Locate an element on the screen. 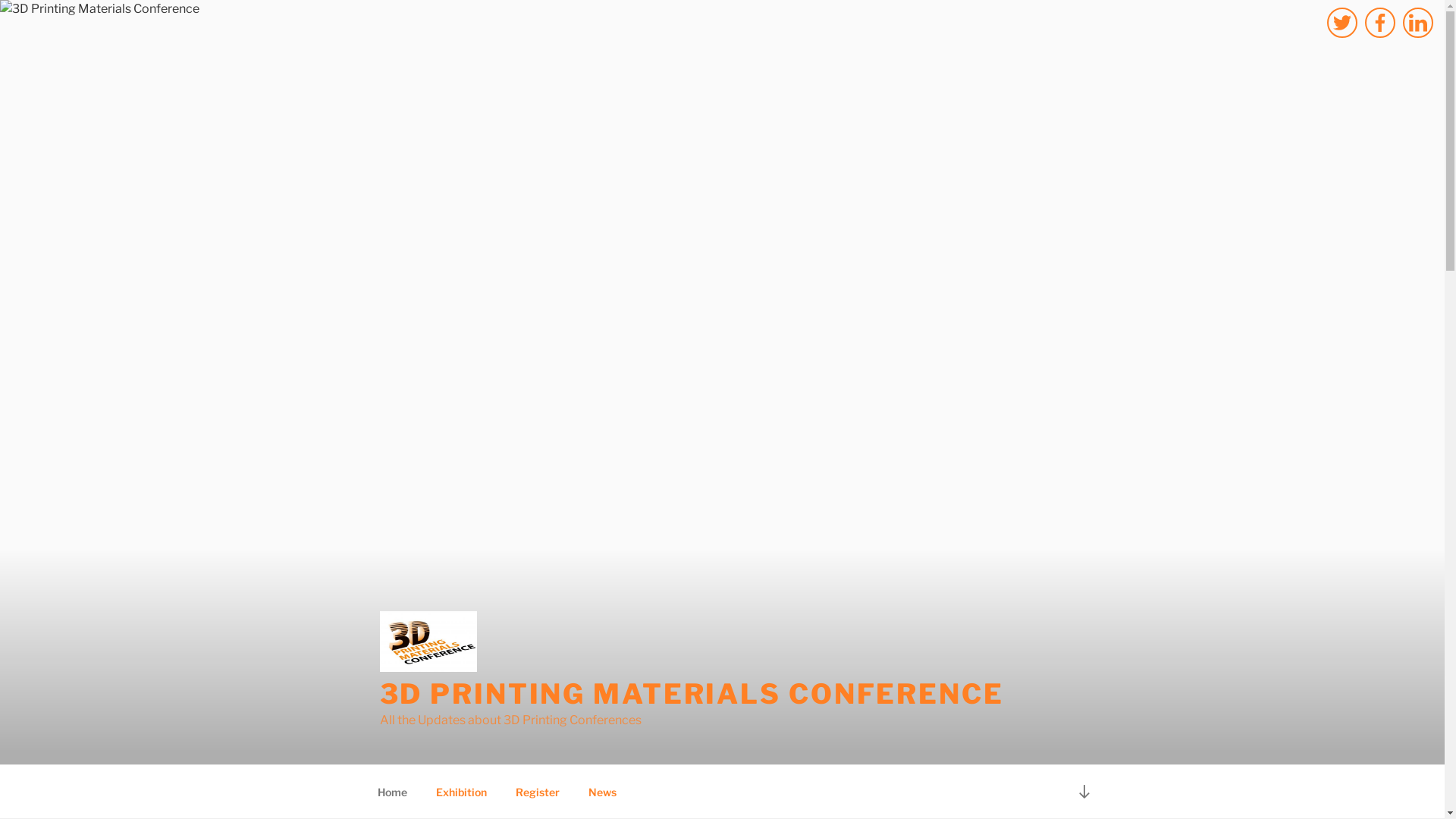  'Register' is located at coordinates (537, 791).